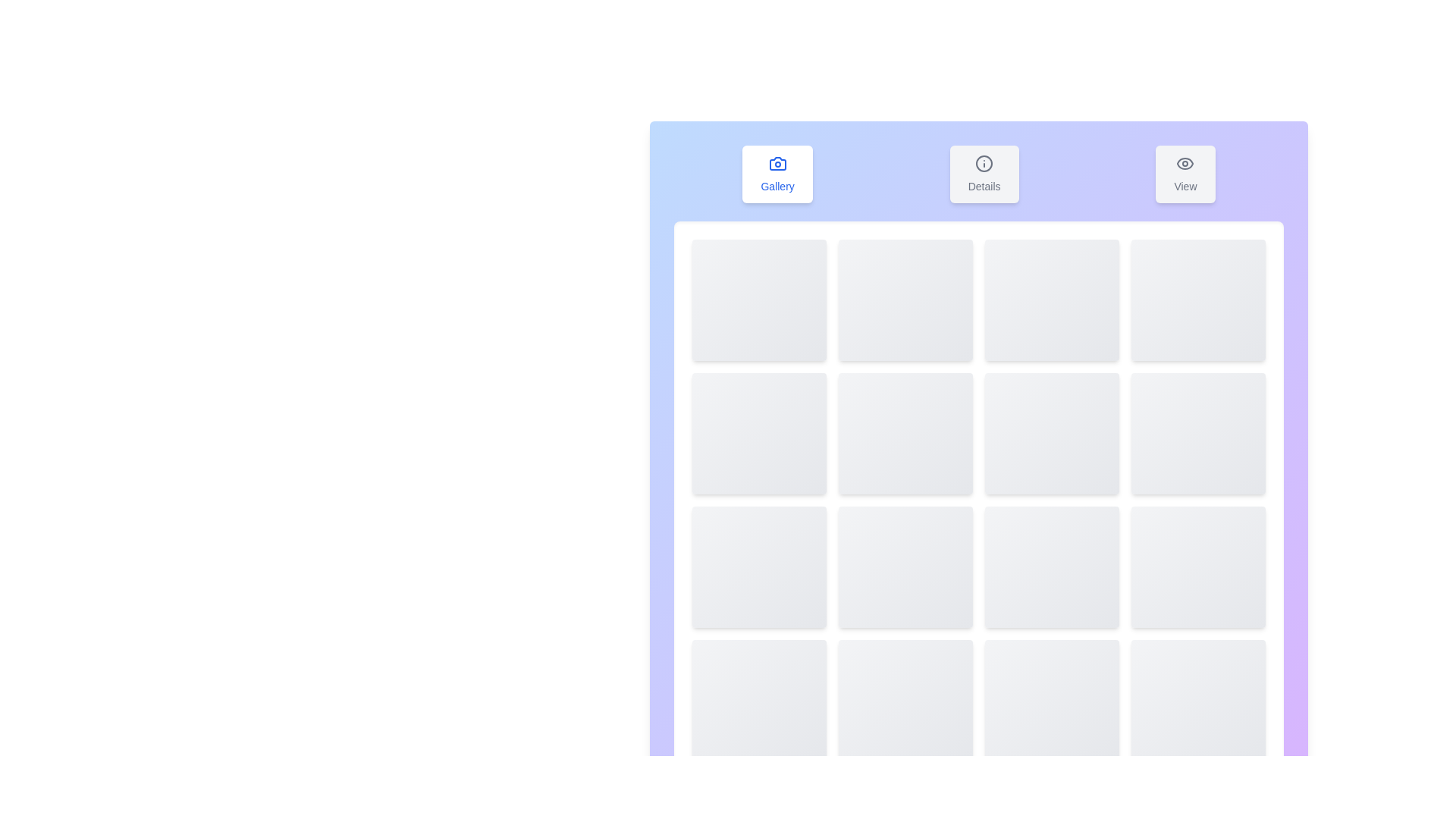 This screenshot has width=1456, height=819. I want to click on the Gallery tab by clicking on its button, so click(777, 174).